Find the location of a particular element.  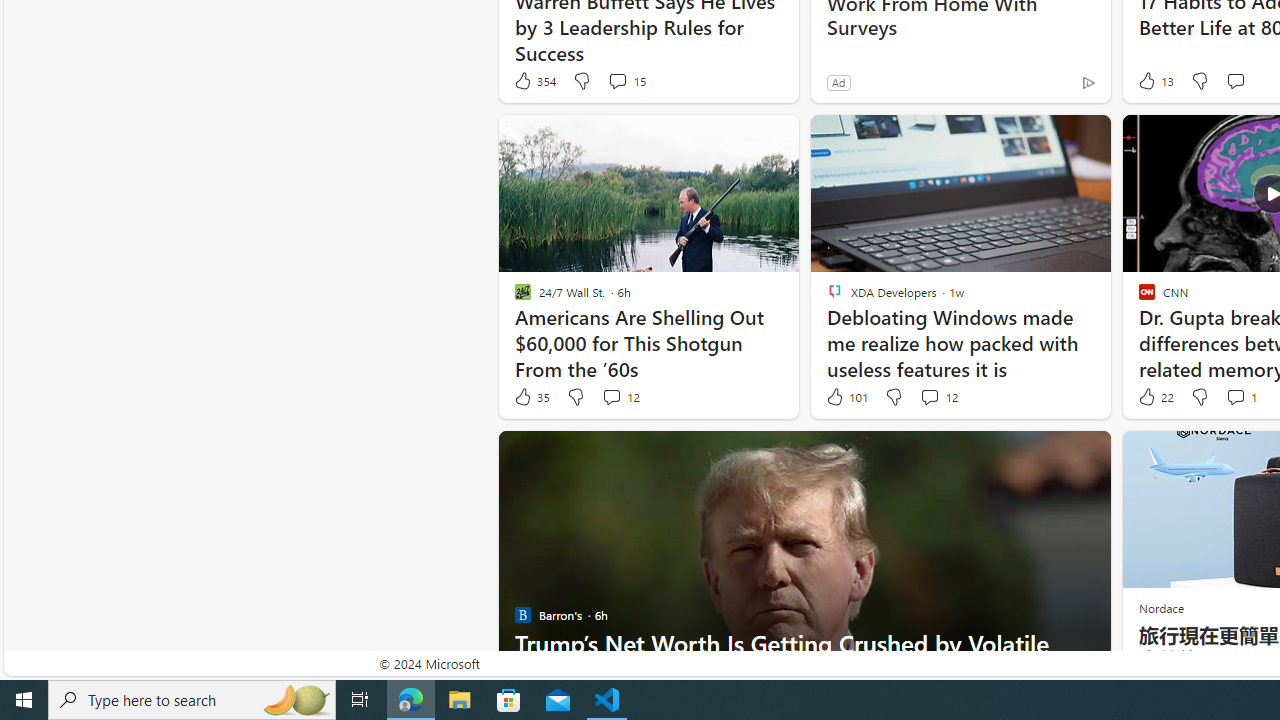

'Hide this story' is located at coordinates (1049, 455).